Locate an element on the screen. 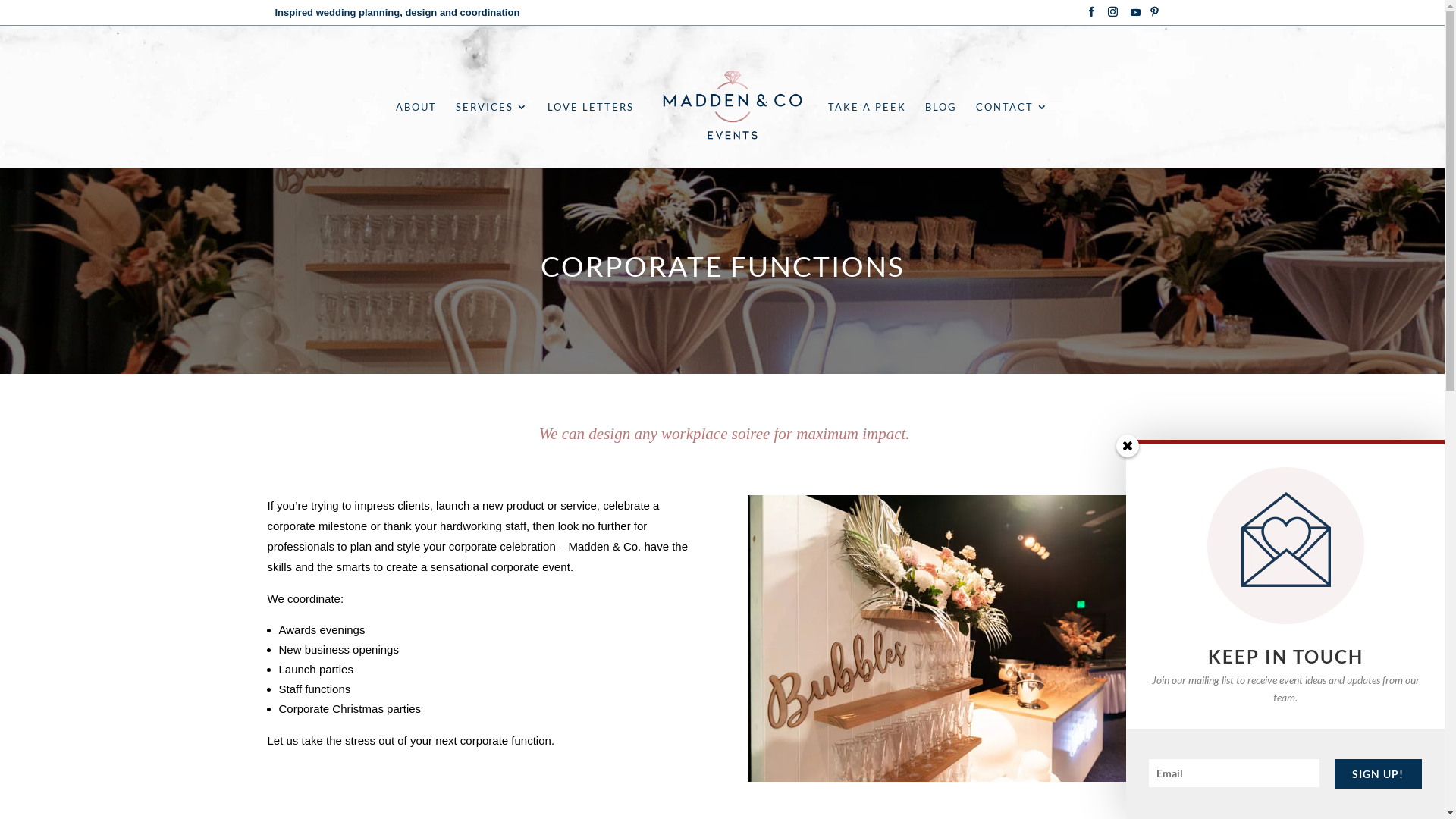 The width and height of the screenshot is (1456, 819). 'CONTACT' is located at coordinates (975, 133).